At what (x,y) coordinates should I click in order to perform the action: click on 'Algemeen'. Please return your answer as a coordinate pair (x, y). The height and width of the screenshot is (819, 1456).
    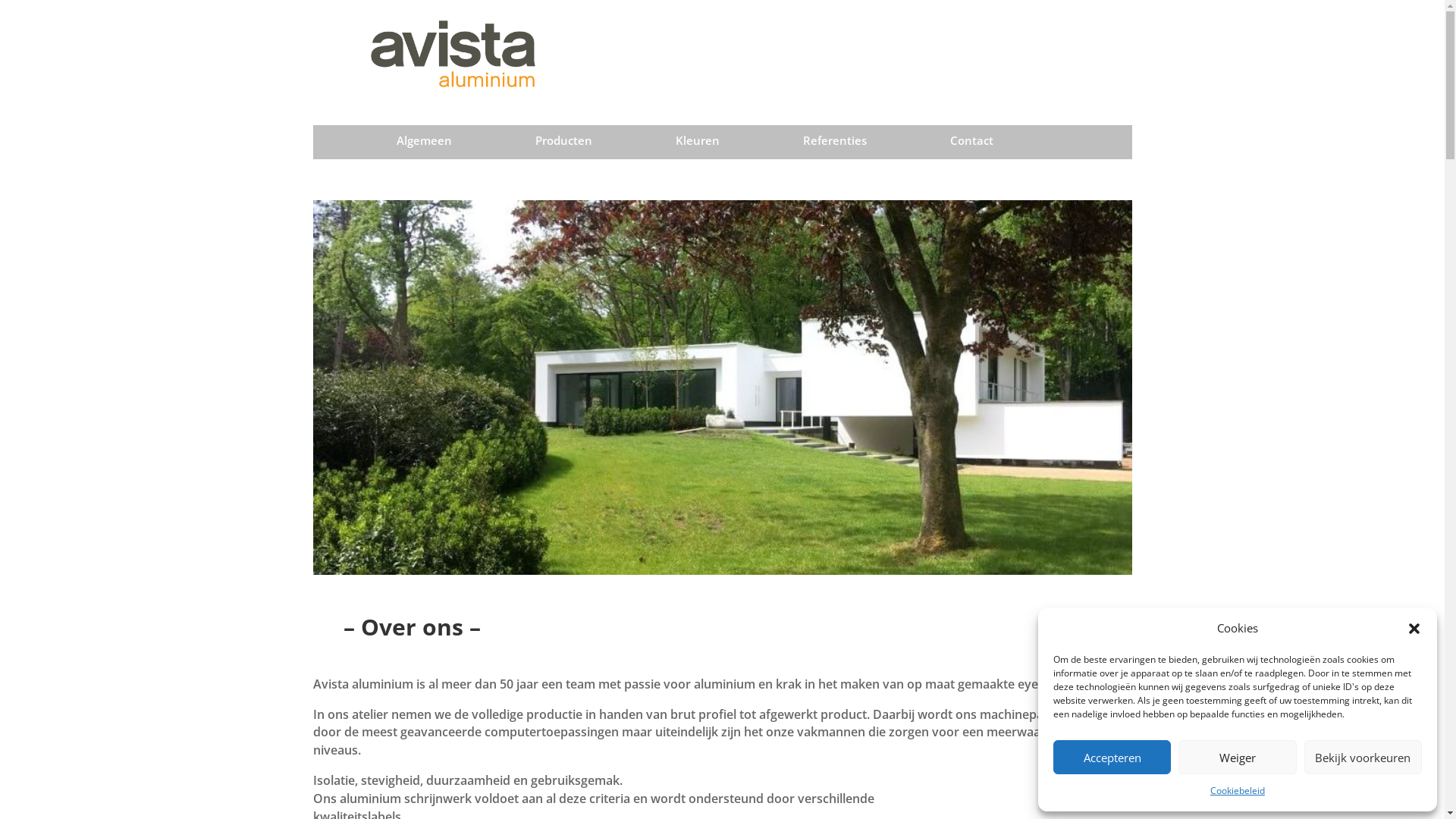
    Looking at the image, I should click on (424, 143).